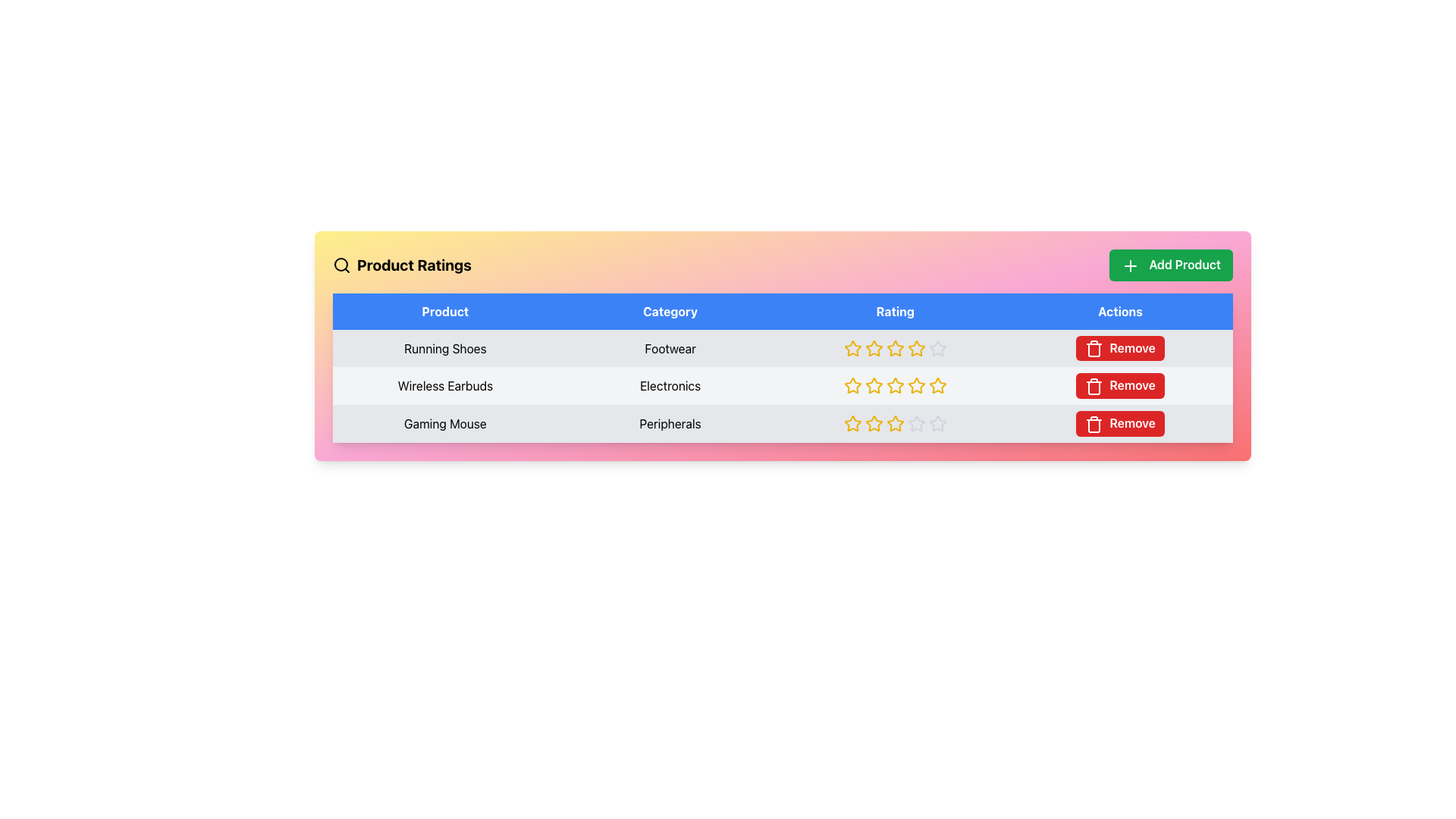 Image resolution: width=1456 pixels, height=819 pixels. Describe the element at coordinates (937, 423) in the screenshot. I see `the star-shaped SVG element in the third row, fourth column of the table to rate it` at that location.